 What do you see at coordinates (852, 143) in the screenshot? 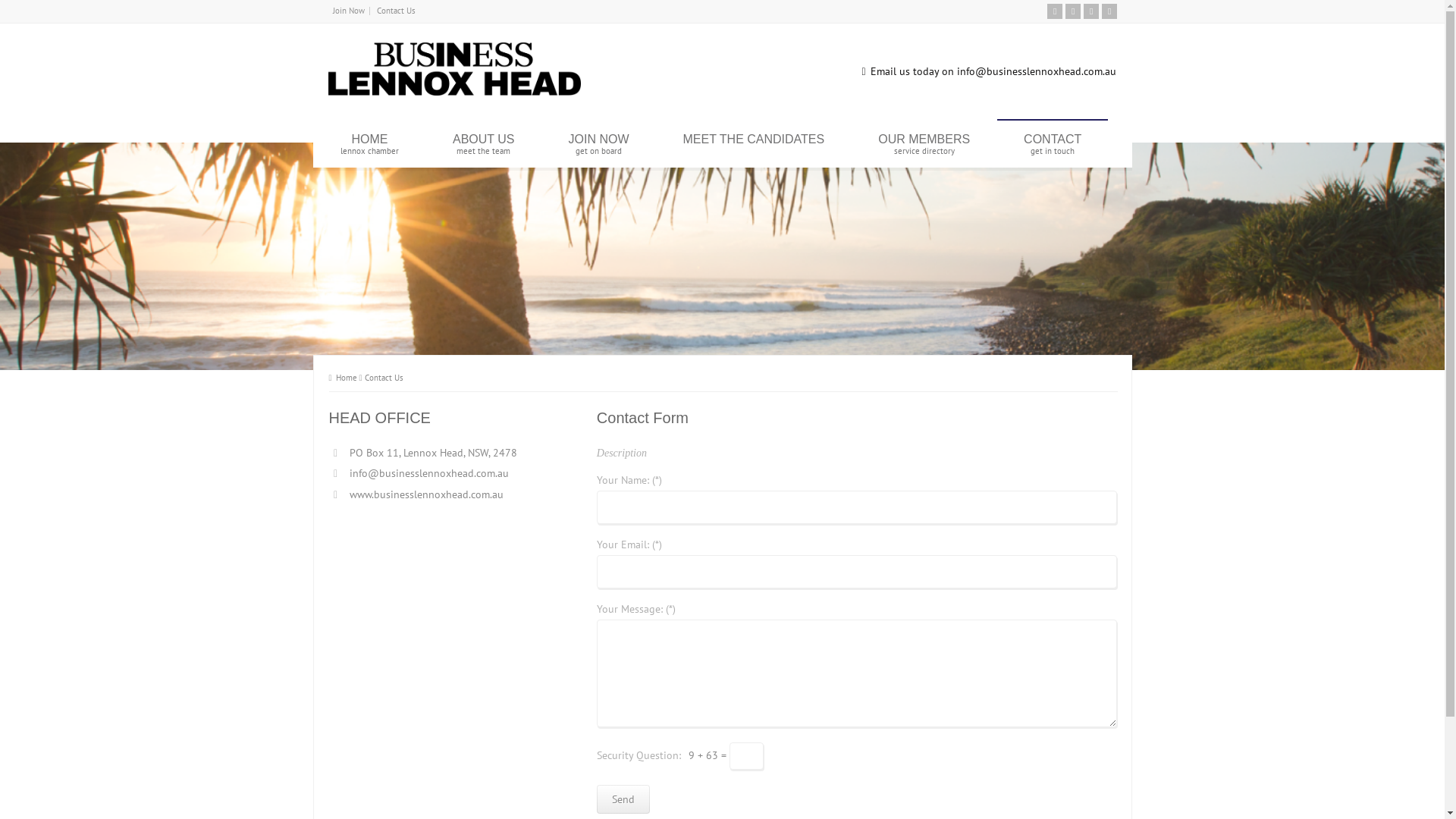
I see `'OUR MEMBERS` at bounding box center [852, 143].